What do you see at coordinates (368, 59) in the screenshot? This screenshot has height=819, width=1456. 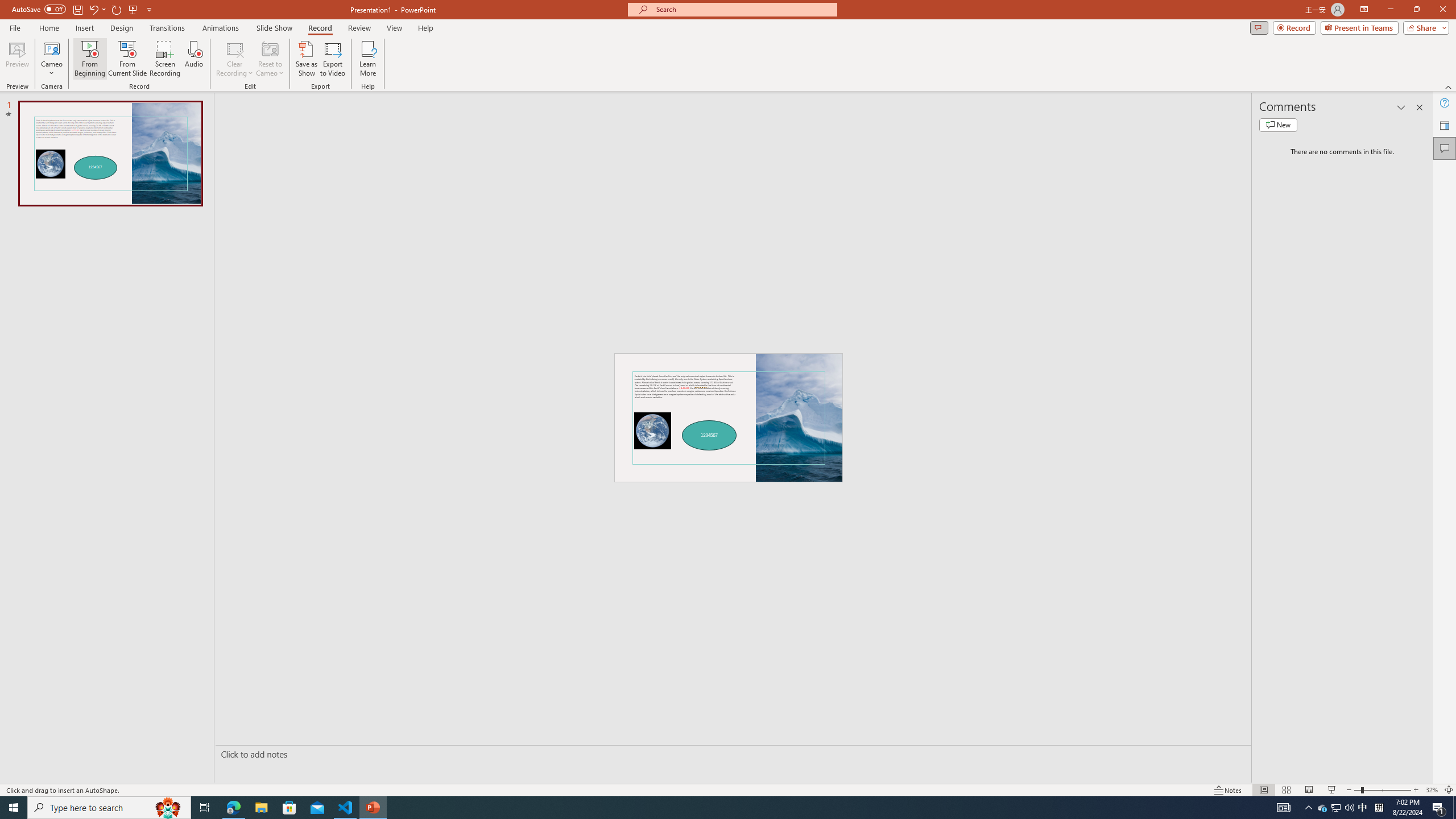 I see `'Learn More'` at bounding box center [368, 59].